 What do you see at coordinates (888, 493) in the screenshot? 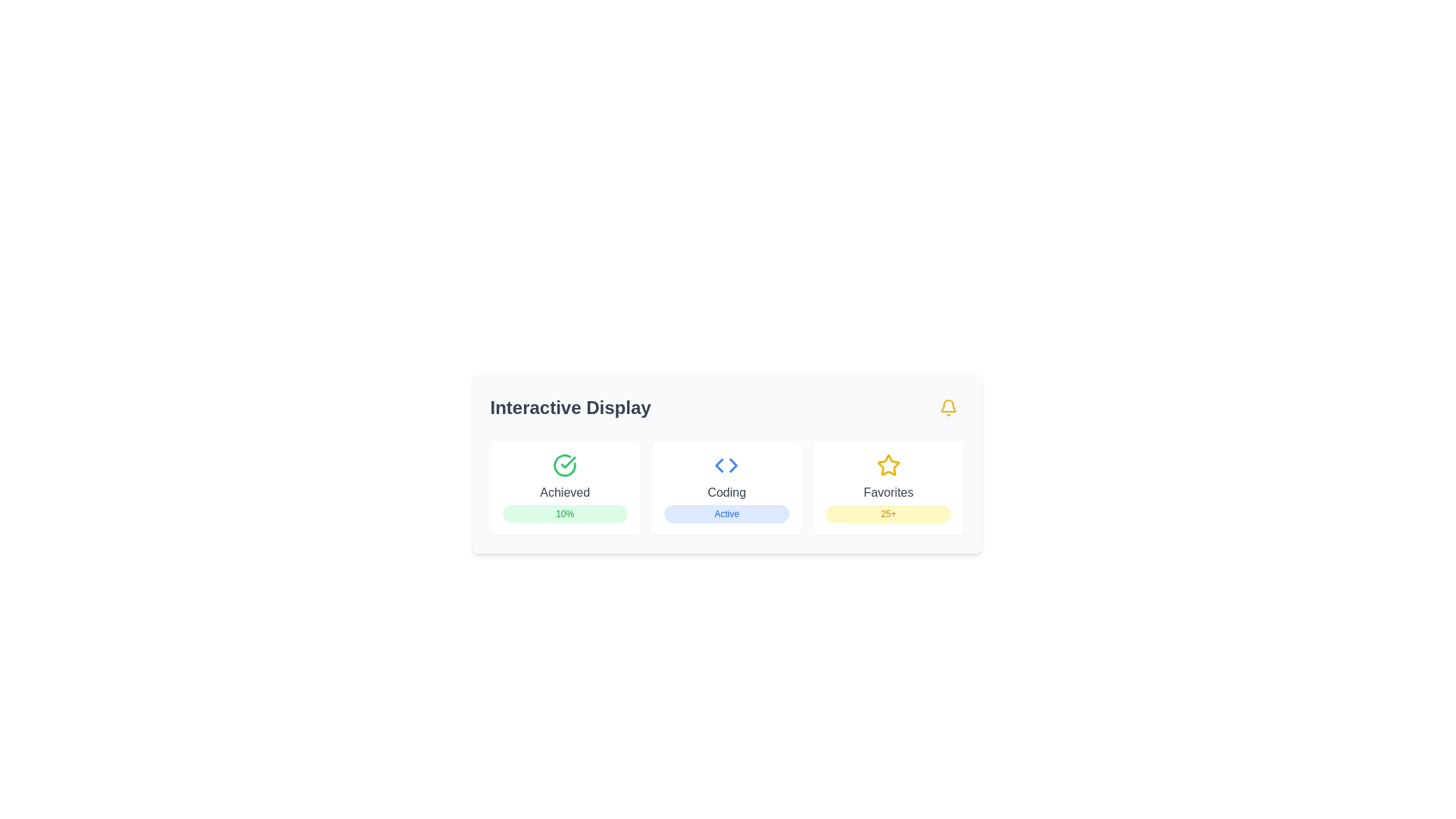
I see `the text element that serves as a label for the title or category name of the third card in a row, located below the icon and above the label '25+'` at bounding box center [888, 493].